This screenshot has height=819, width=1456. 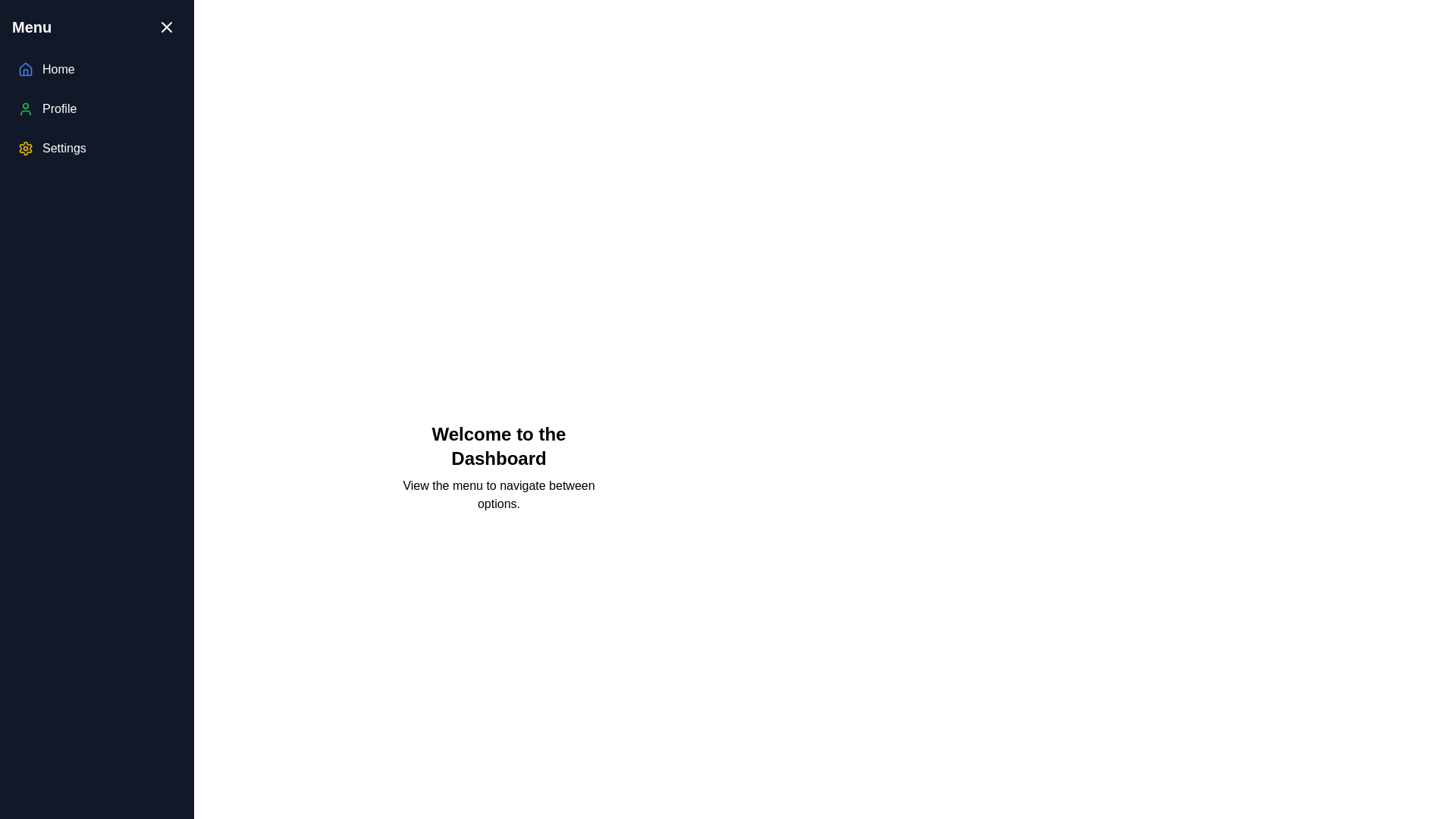 What do you see at coordinates (25, 69) in the screenshot?
I see `the 'Home' icon, which is a roof-like triangular shape located at the top of the sidebar menu` at bounding box center [25, 69].